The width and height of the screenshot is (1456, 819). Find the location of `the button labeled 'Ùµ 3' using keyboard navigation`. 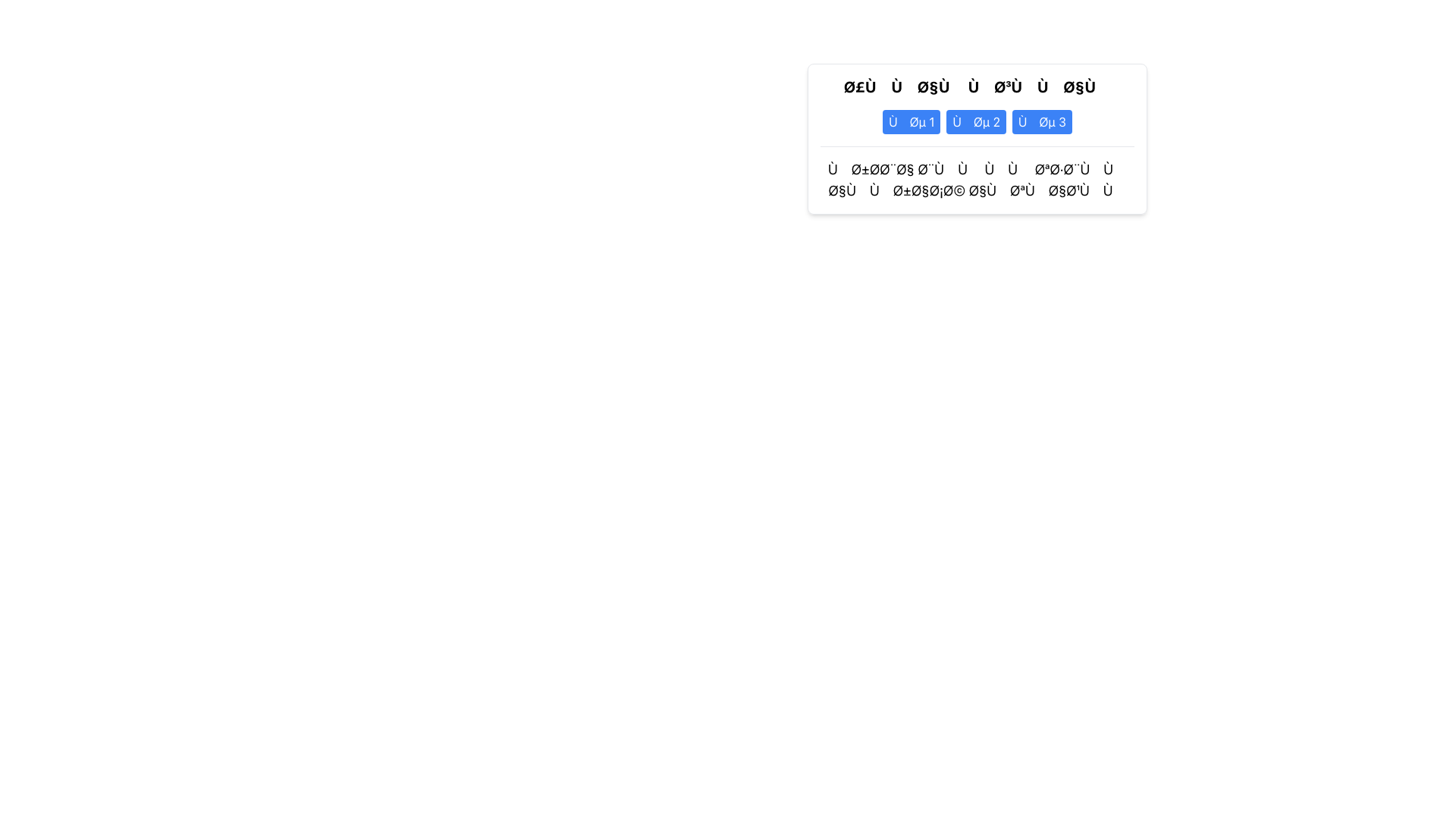

the button labeled 'Ùµ 3' using keyboard navigation is located at coordinates (1041, 121).